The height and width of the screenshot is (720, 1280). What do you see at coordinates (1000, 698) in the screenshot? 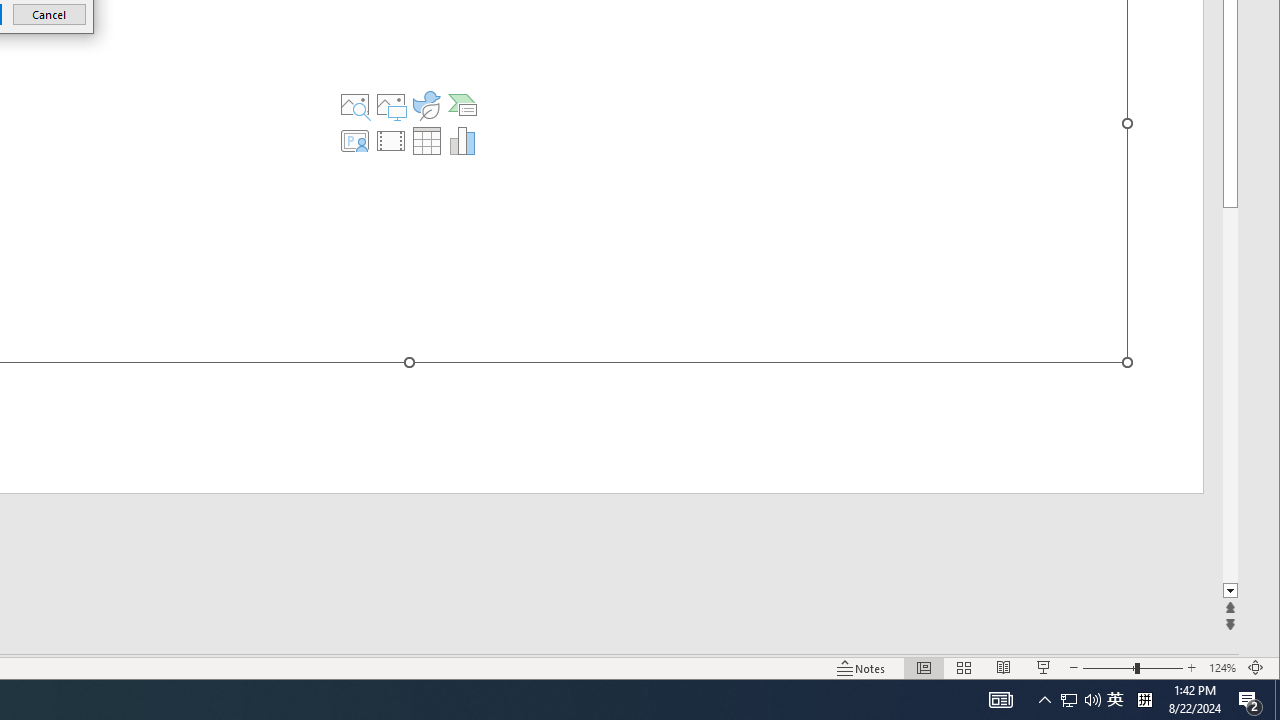
I see `'AutomationID: 4105'` at bounding box center [1000, 698].